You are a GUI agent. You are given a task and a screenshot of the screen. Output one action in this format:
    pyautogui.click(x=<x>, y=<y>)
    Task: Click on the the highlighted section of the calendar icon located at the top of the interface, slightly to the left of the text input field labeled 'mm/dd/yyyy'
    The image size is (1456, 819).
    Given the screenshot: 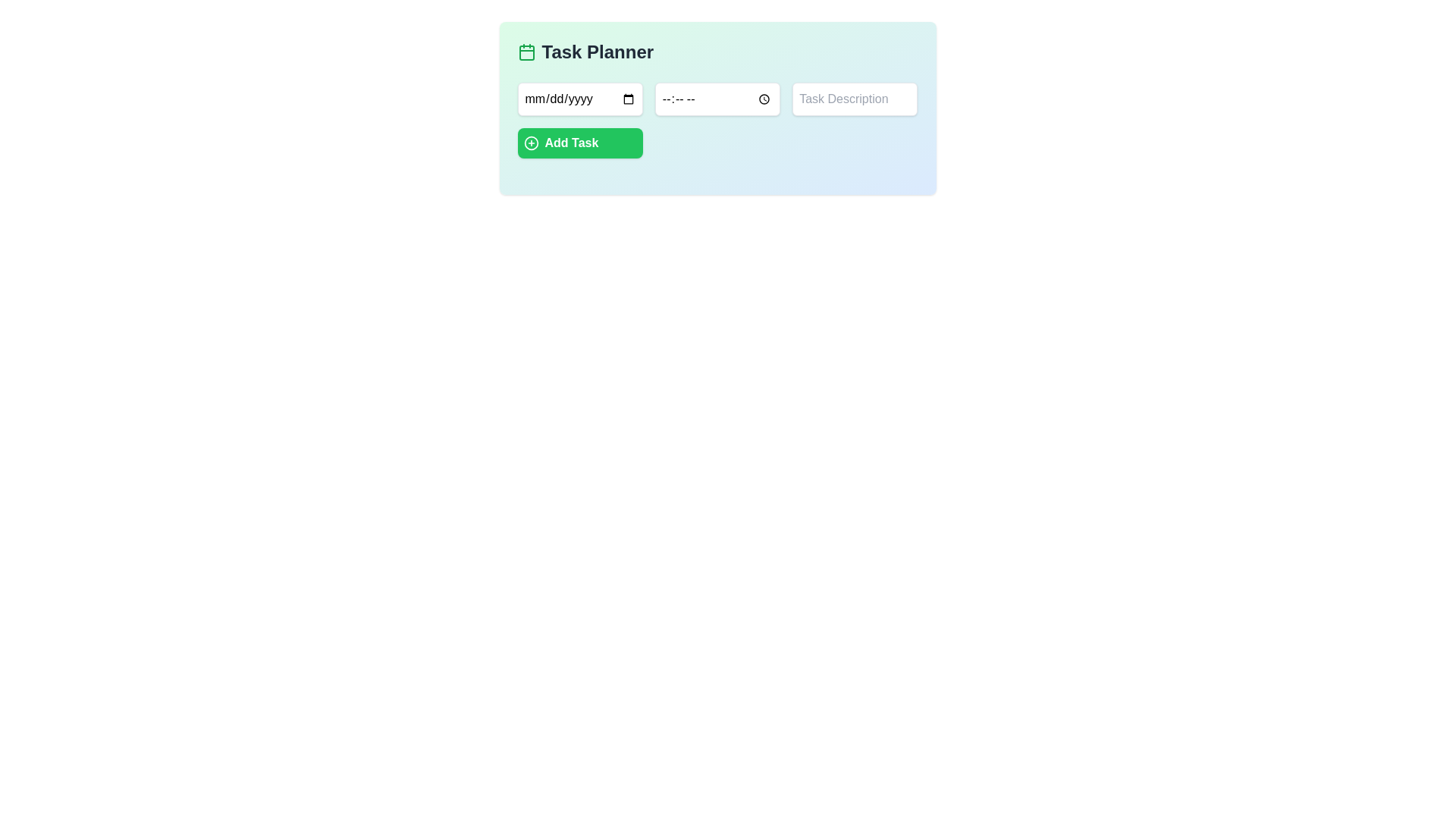 What is the action you would take?
    pyautogui.click(x=526, y=52)
    